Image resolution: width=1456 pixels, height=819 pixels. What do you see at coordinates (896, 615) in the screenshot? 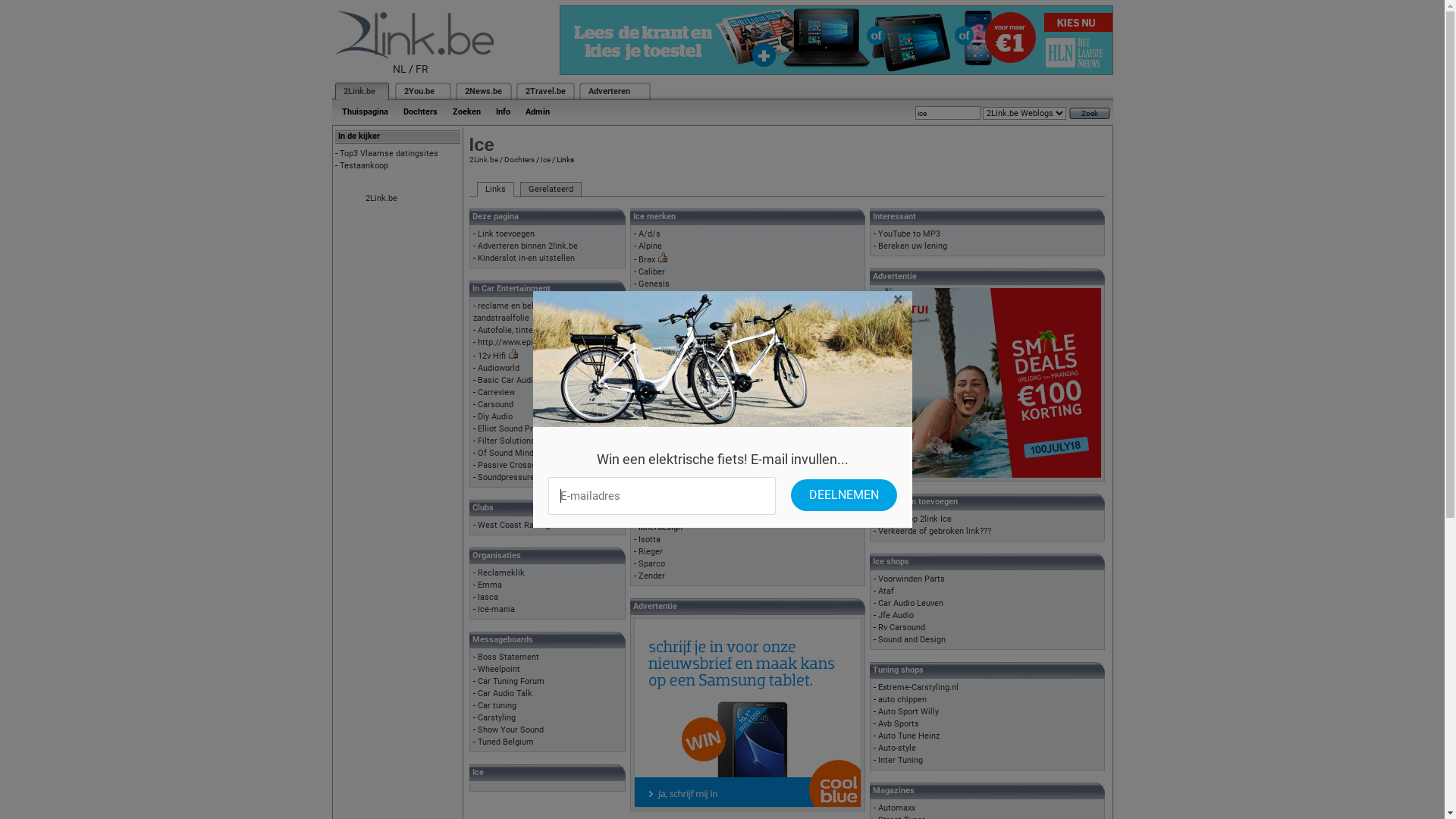
I see `'Jfe Audio'` at bounding box center [896, 615].